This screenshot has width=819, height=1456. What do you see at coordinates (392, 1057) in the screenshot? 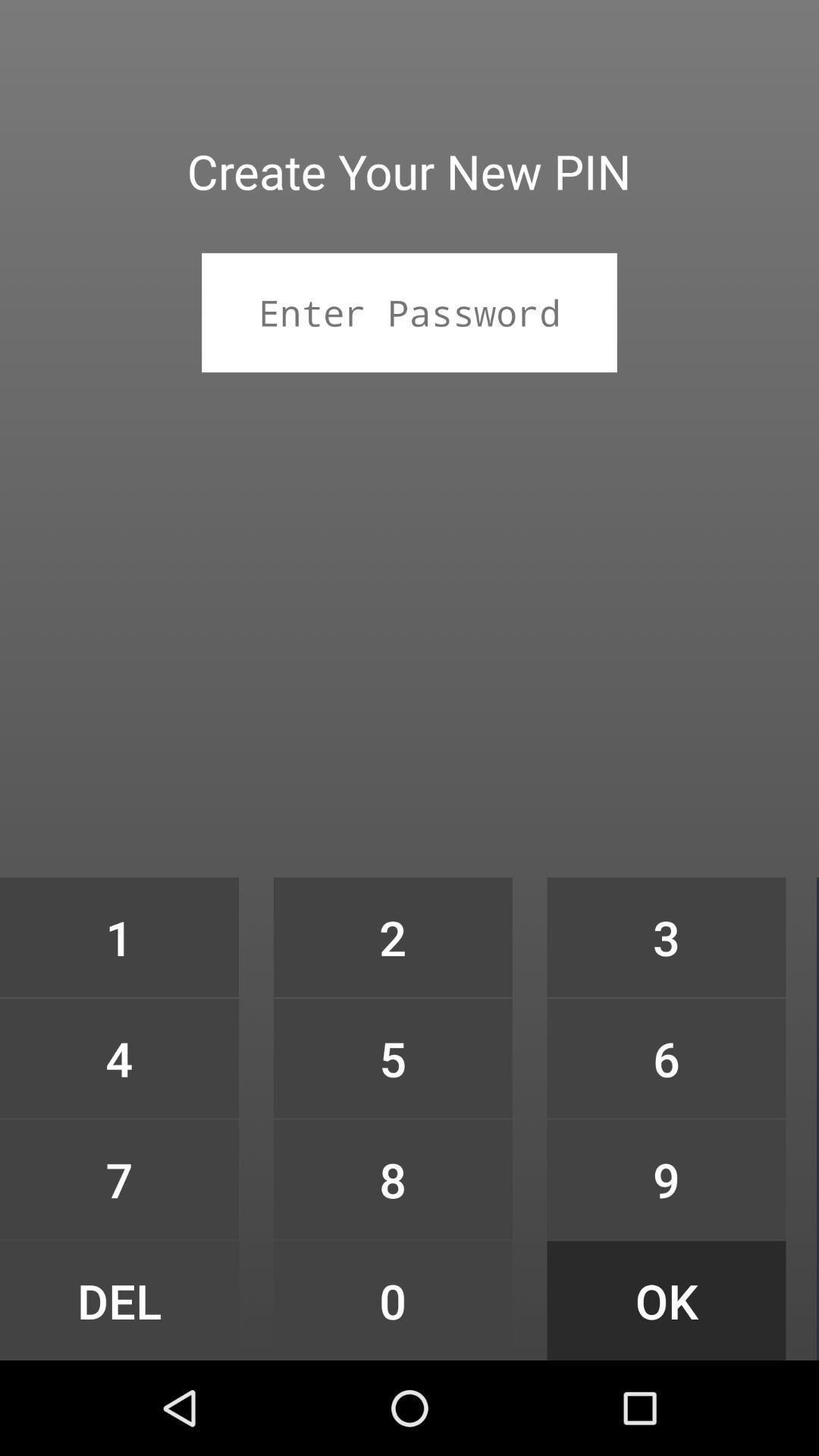
I see `the icon next to the 1 item` at bounding box center [392, 1057].